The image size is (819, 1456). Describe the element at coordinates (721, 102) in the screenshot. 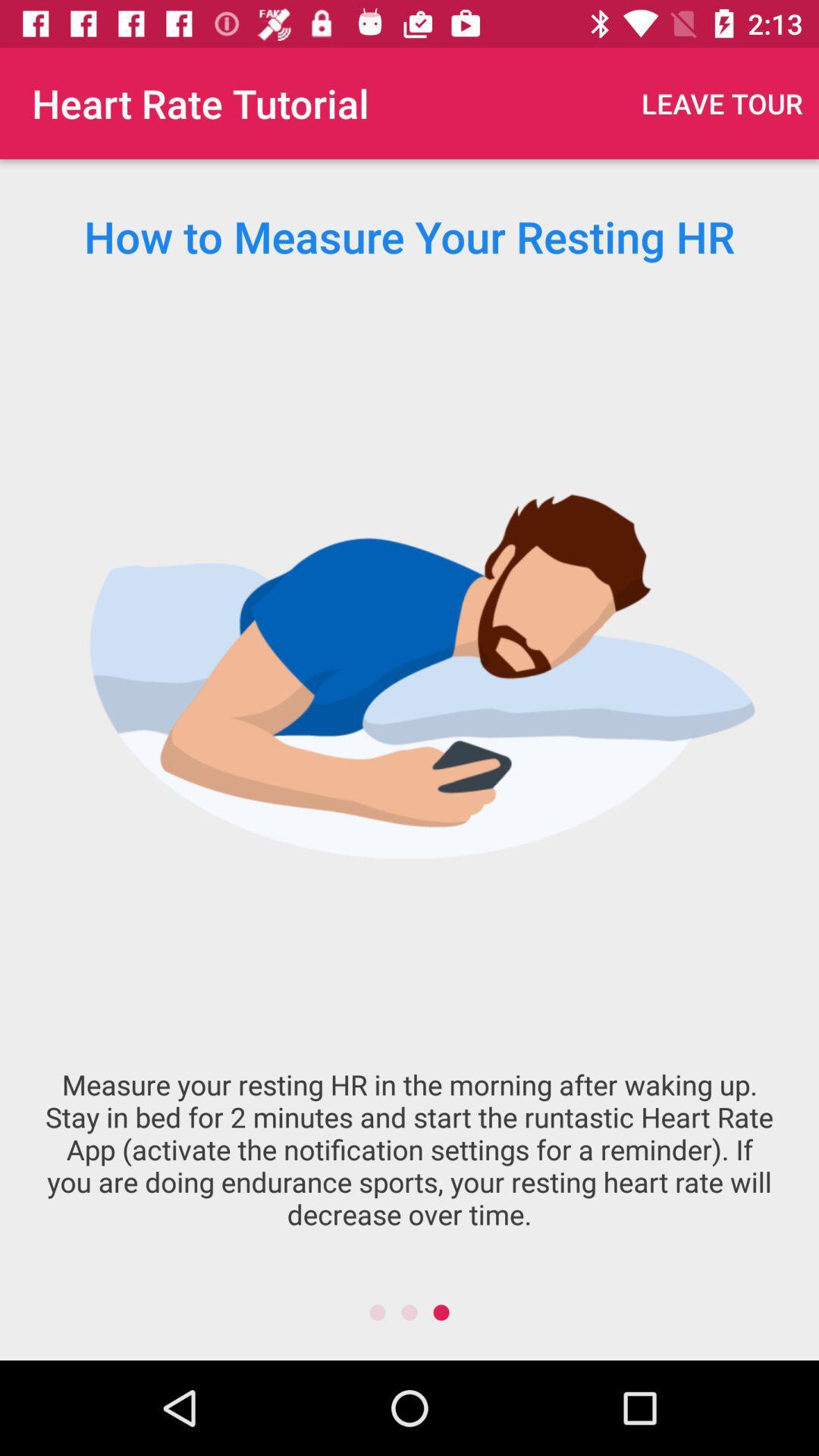

I see `leave tour icon` at that location.